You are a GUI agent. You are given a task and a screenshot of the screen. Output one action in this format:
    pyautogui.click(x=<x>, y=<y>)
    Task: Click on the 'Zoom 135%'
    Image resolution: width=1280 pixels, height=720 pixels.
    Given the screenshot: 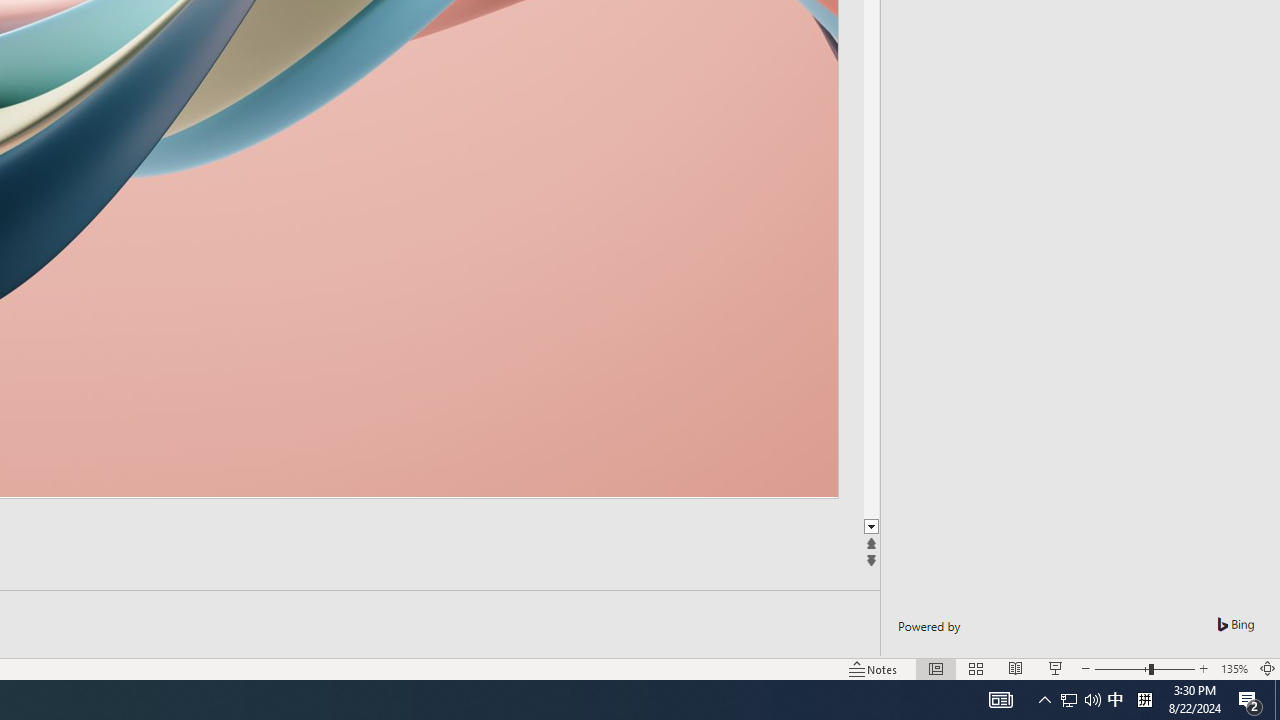 What is the action you would take?
    pyautogui.click(x=1233, y=669)
    